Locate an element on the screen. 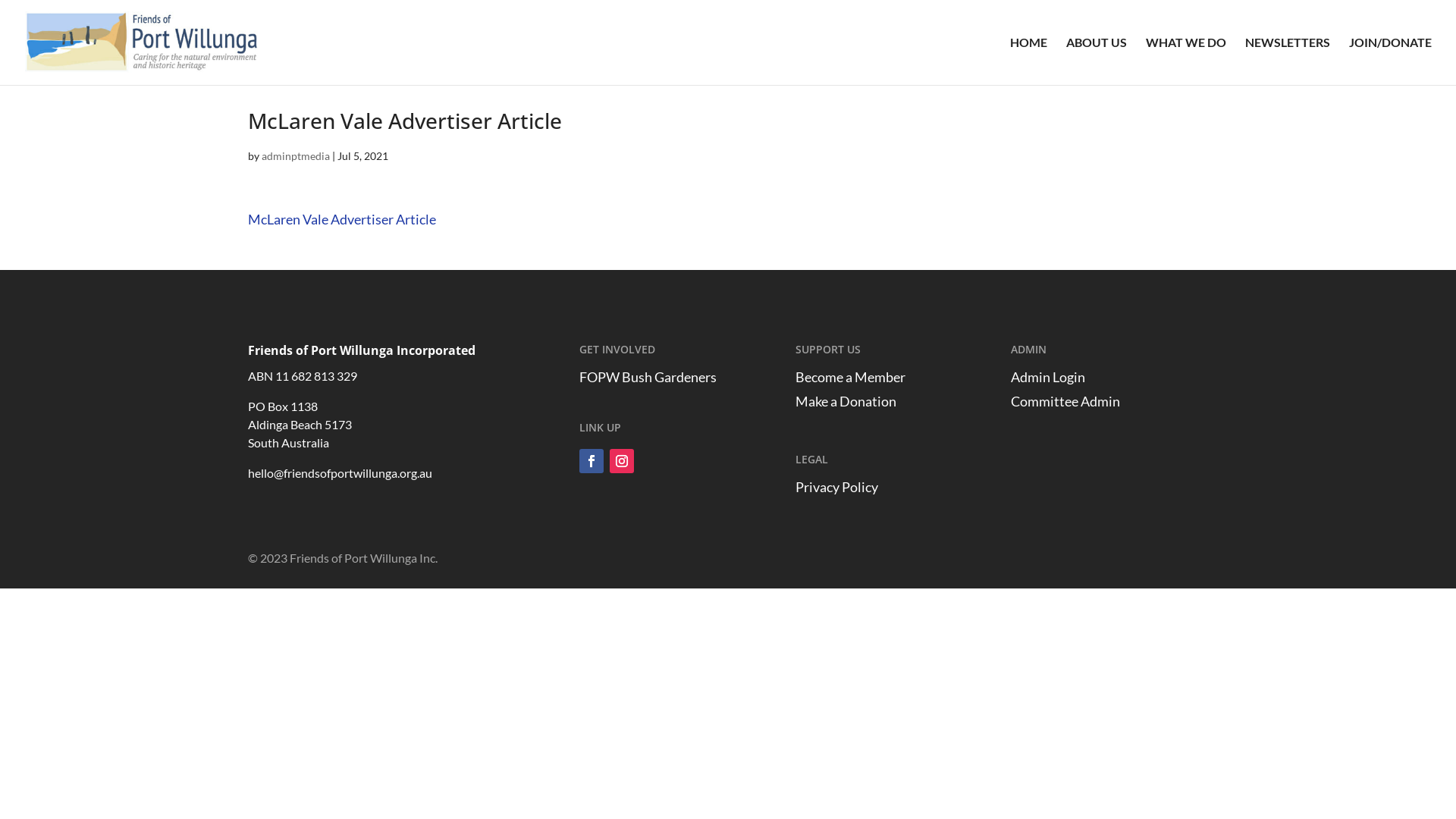  'Follow on Facebook' is located at coordinates (590, 460).